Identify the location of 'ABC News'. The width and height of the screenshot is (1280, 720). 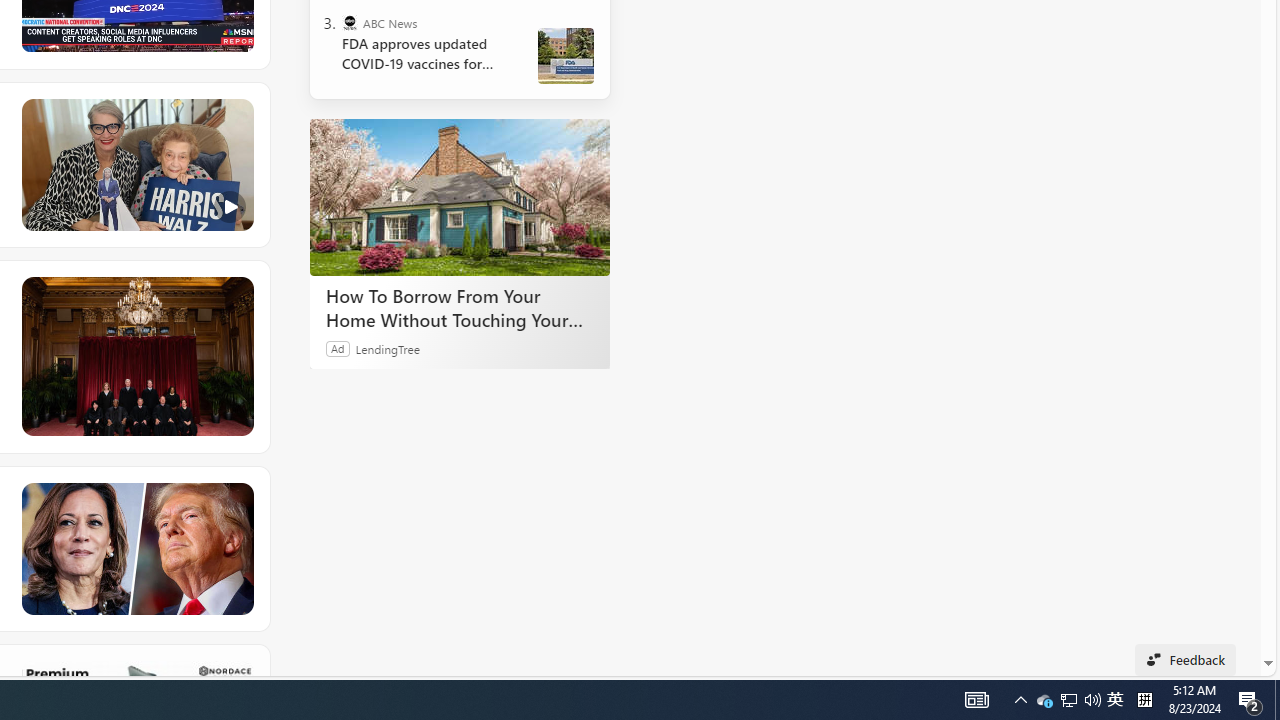
(350, 23).